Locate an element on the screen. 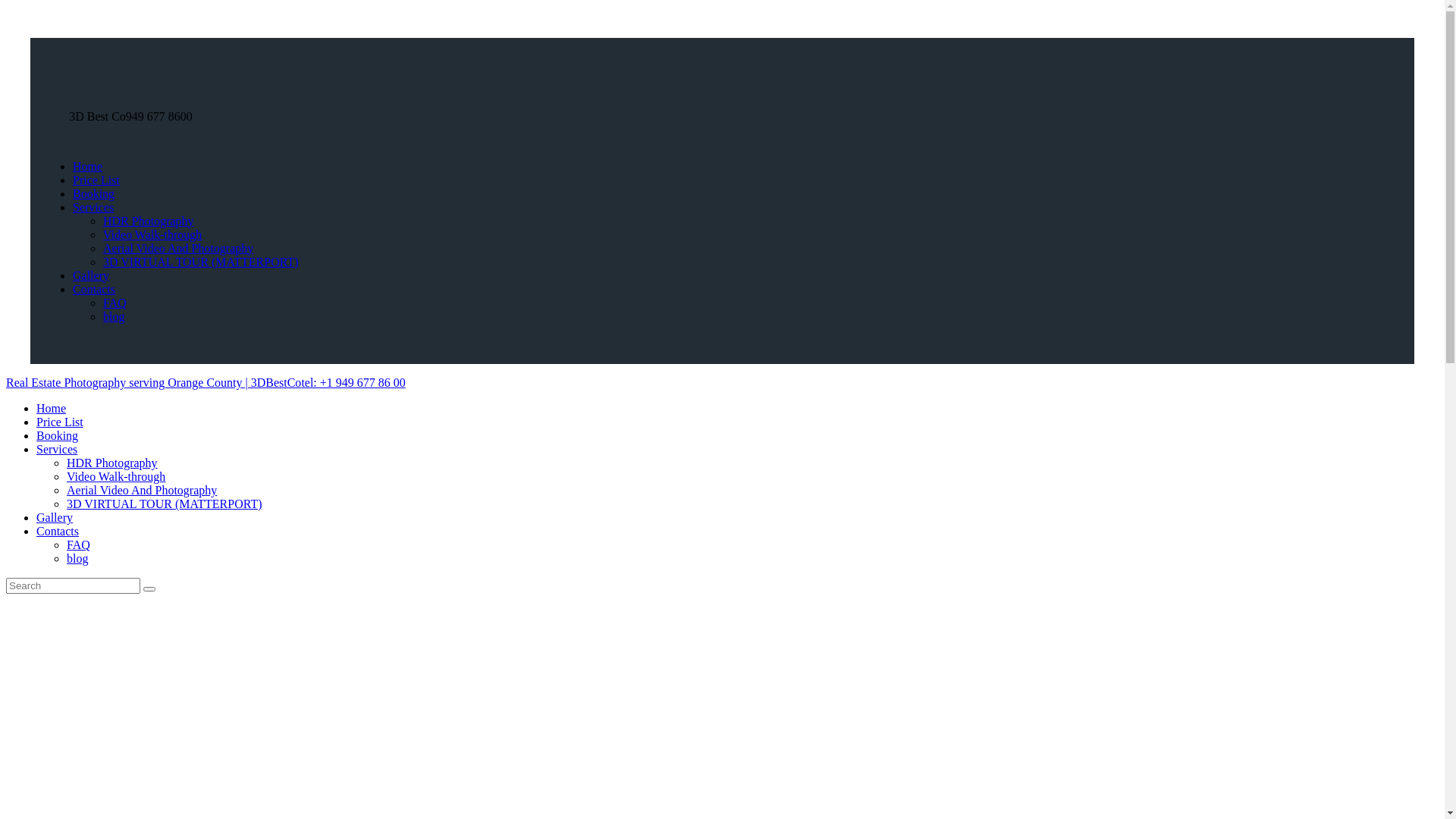 This screenshot has width=1456, height=819. 'blog' is located at coordinates (102, 315).